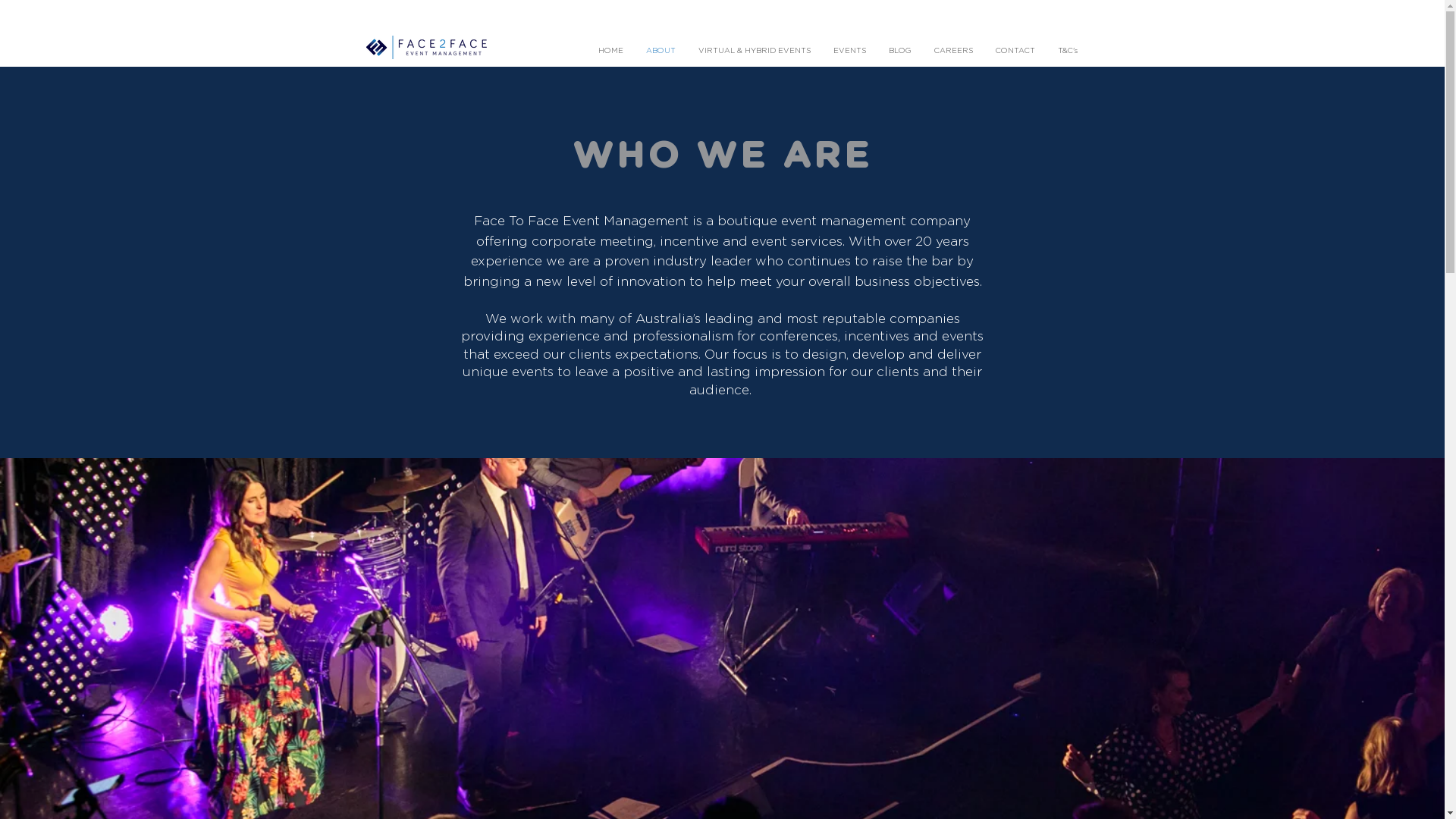 The height and width of the screenshot is (819, 1456). I want to click on 'CAREERS', so click(952, 50).